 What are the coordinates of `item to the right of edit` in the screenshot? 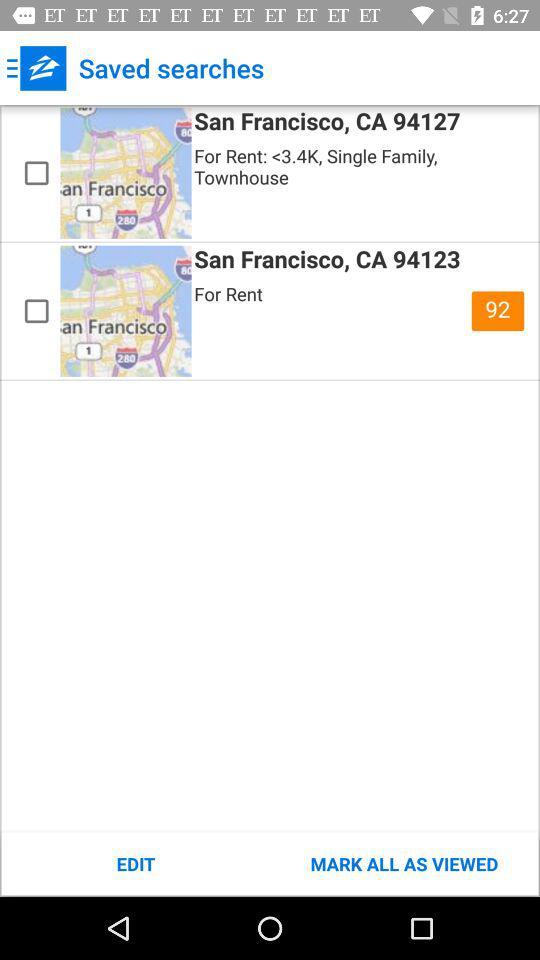 It's located at (404, 863).